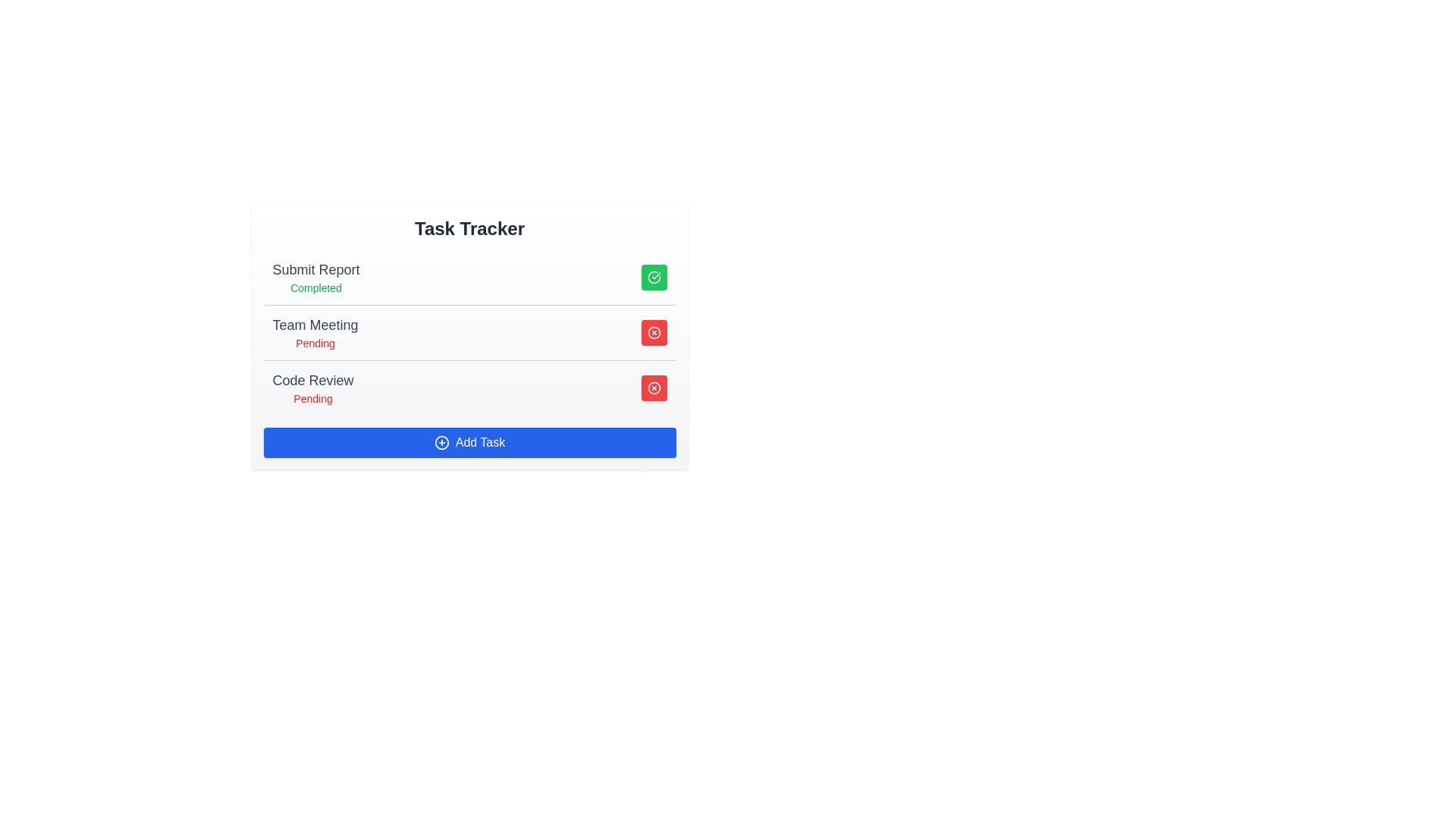 The width and height of the screenshot is (1456, 819). What do you see at coordinates (312, 388) in the screenshot?
I see `the text display element that shows 'Code Review' in dark gray and 'Pending' in red, located in the third task entry of the task tracker interface` at bounding box center [312, 388].